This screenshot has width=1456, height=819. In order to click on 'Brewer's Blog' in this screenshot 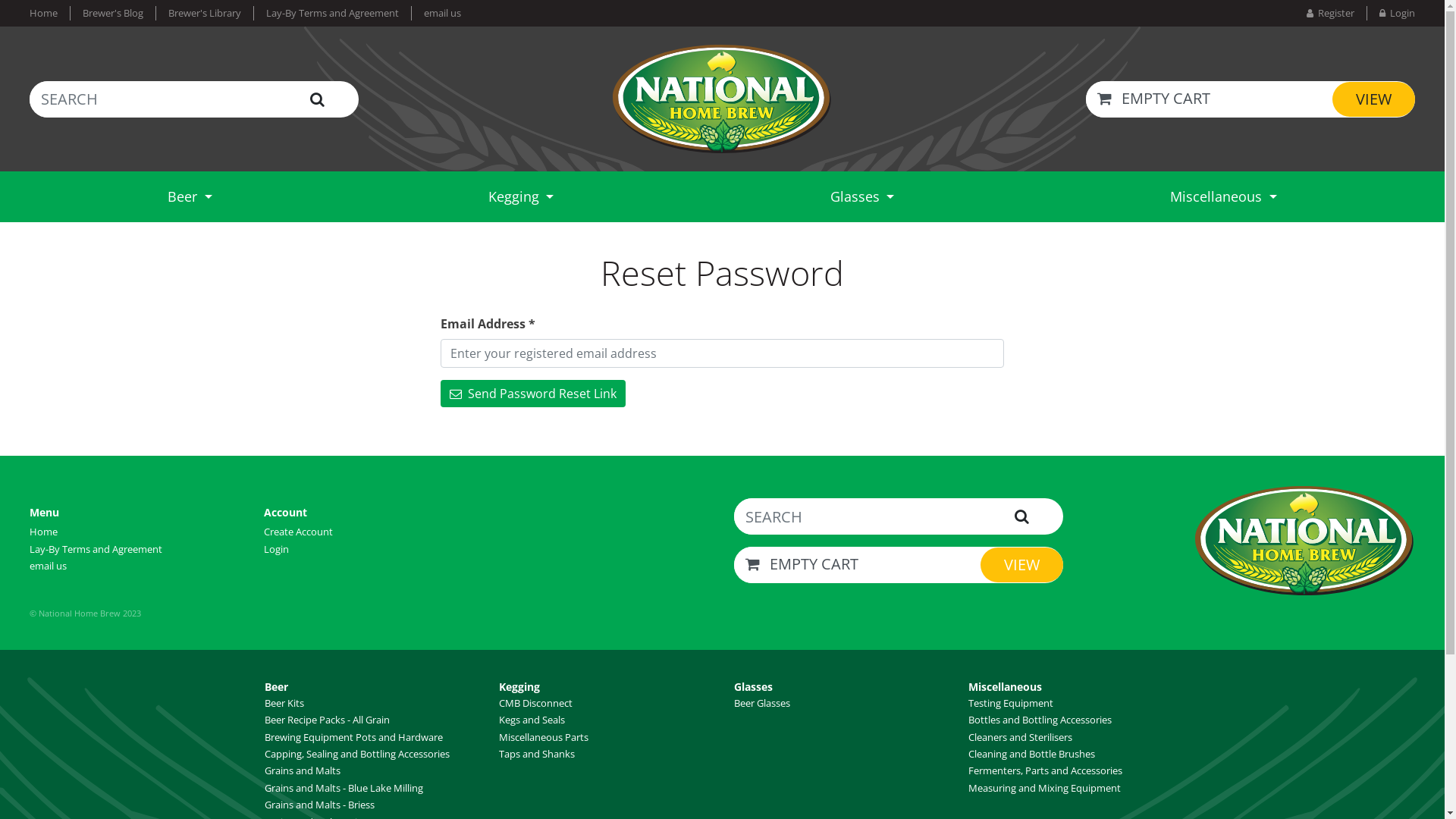, I will do `click(68, 13)`.